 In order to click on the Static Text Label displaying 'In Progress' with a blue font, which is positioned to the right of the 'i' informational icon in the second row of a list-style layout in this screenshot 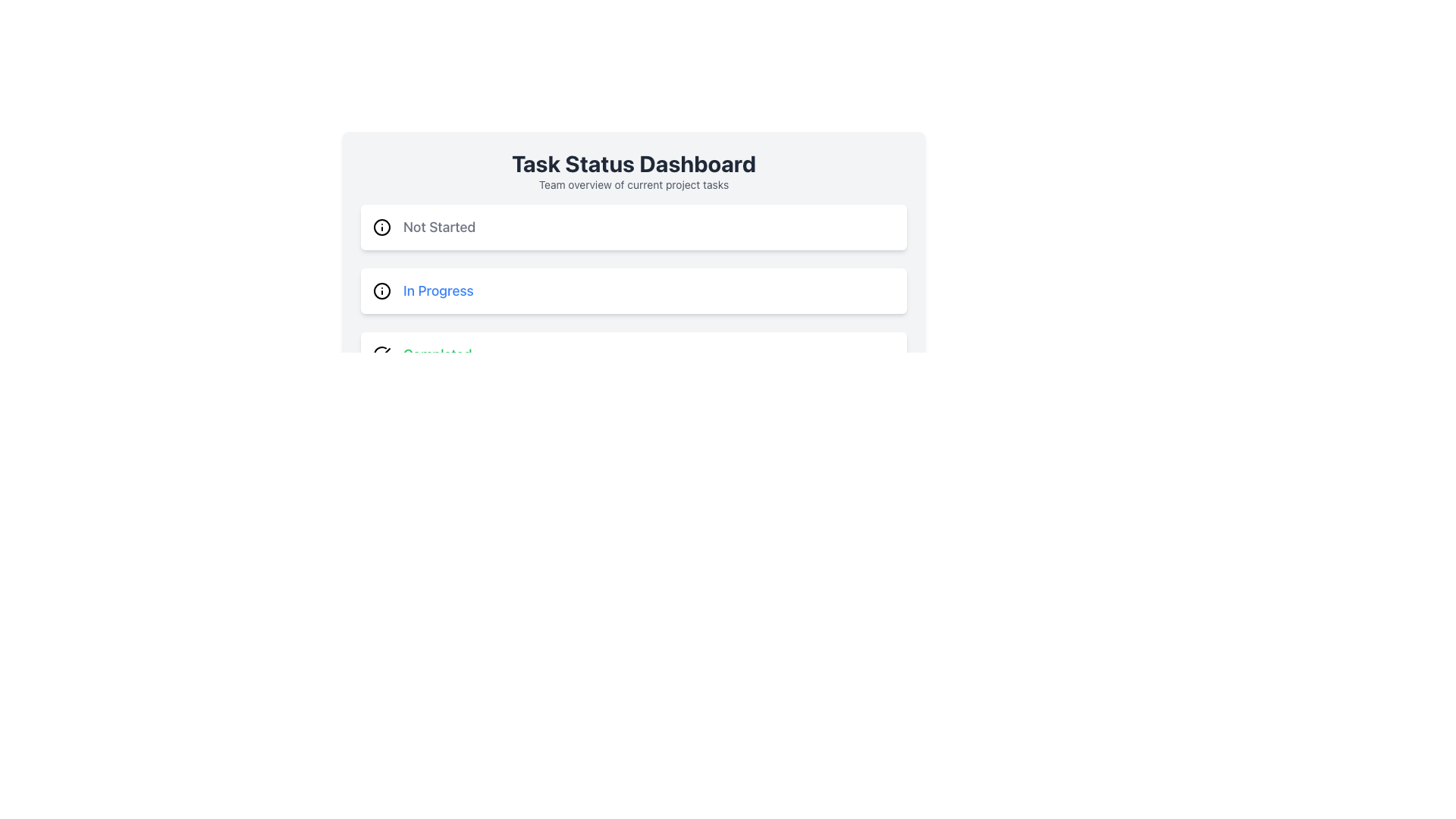, I will do `click(438, 291)`.